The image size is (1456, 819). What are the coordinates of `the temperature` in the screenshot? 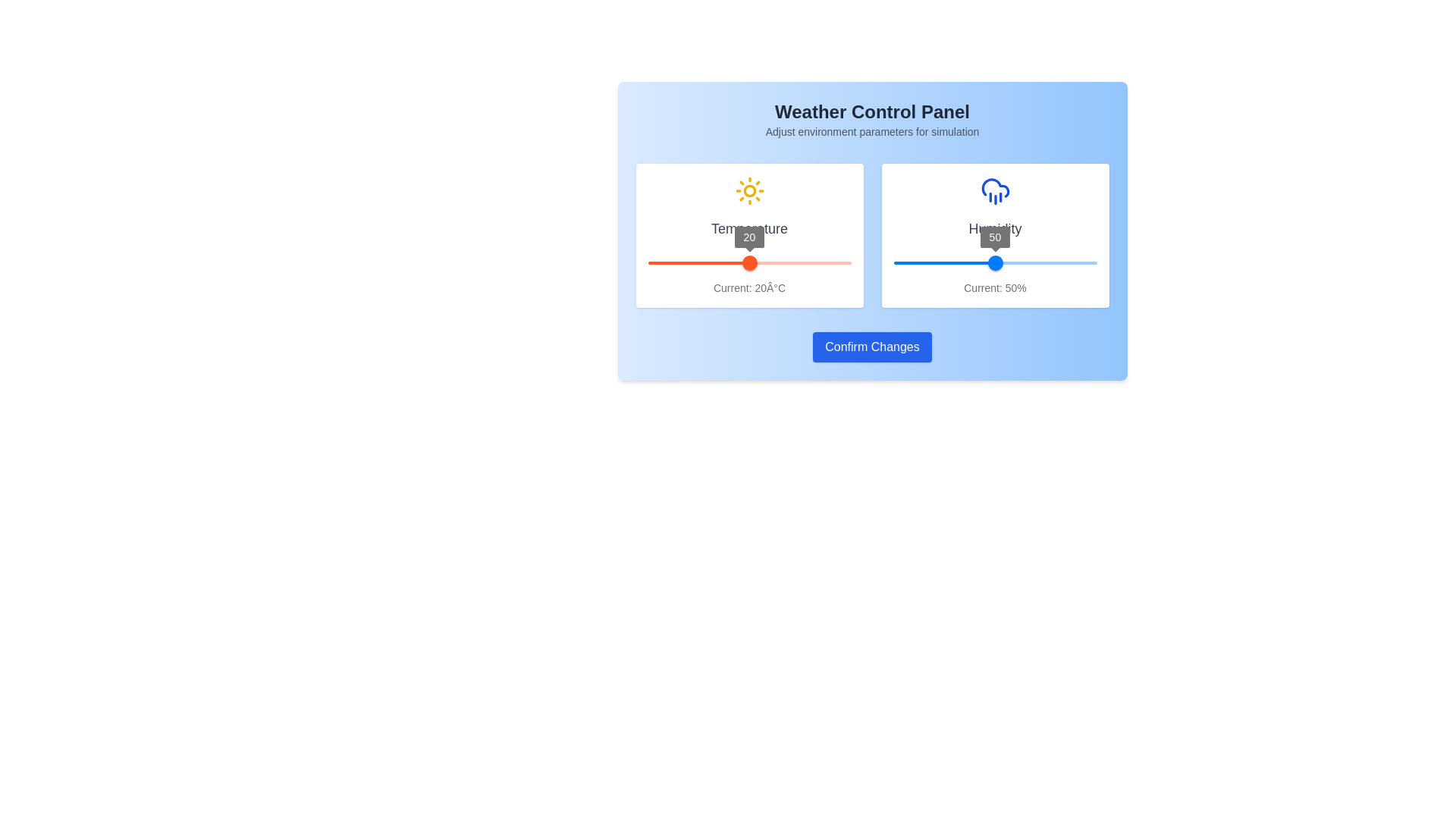 It's located at (884, 303).